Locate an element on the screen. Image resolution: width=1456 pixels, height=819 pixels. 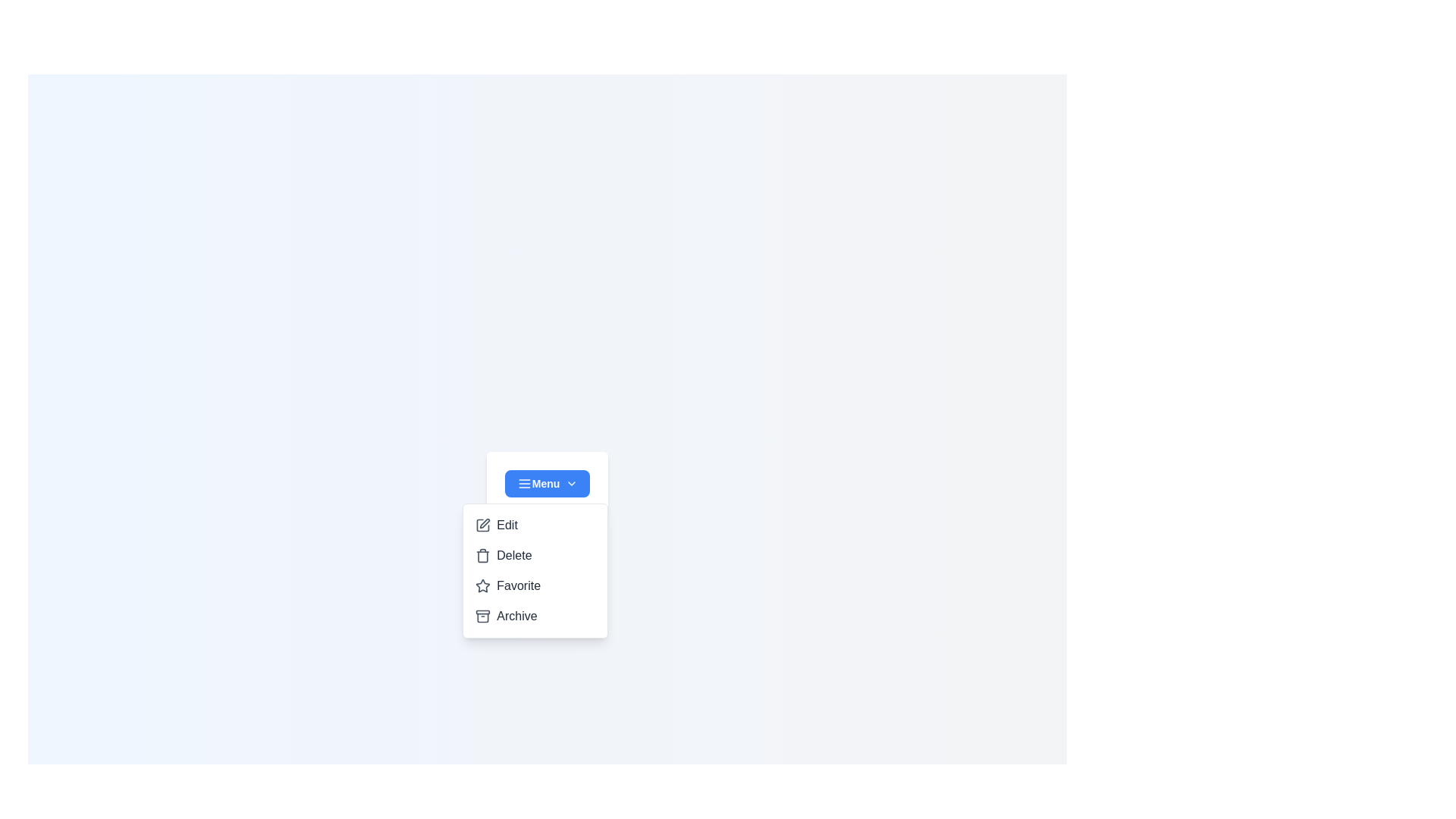
the dropdown menu button to toggle its state is located at coordinates (546, 483).